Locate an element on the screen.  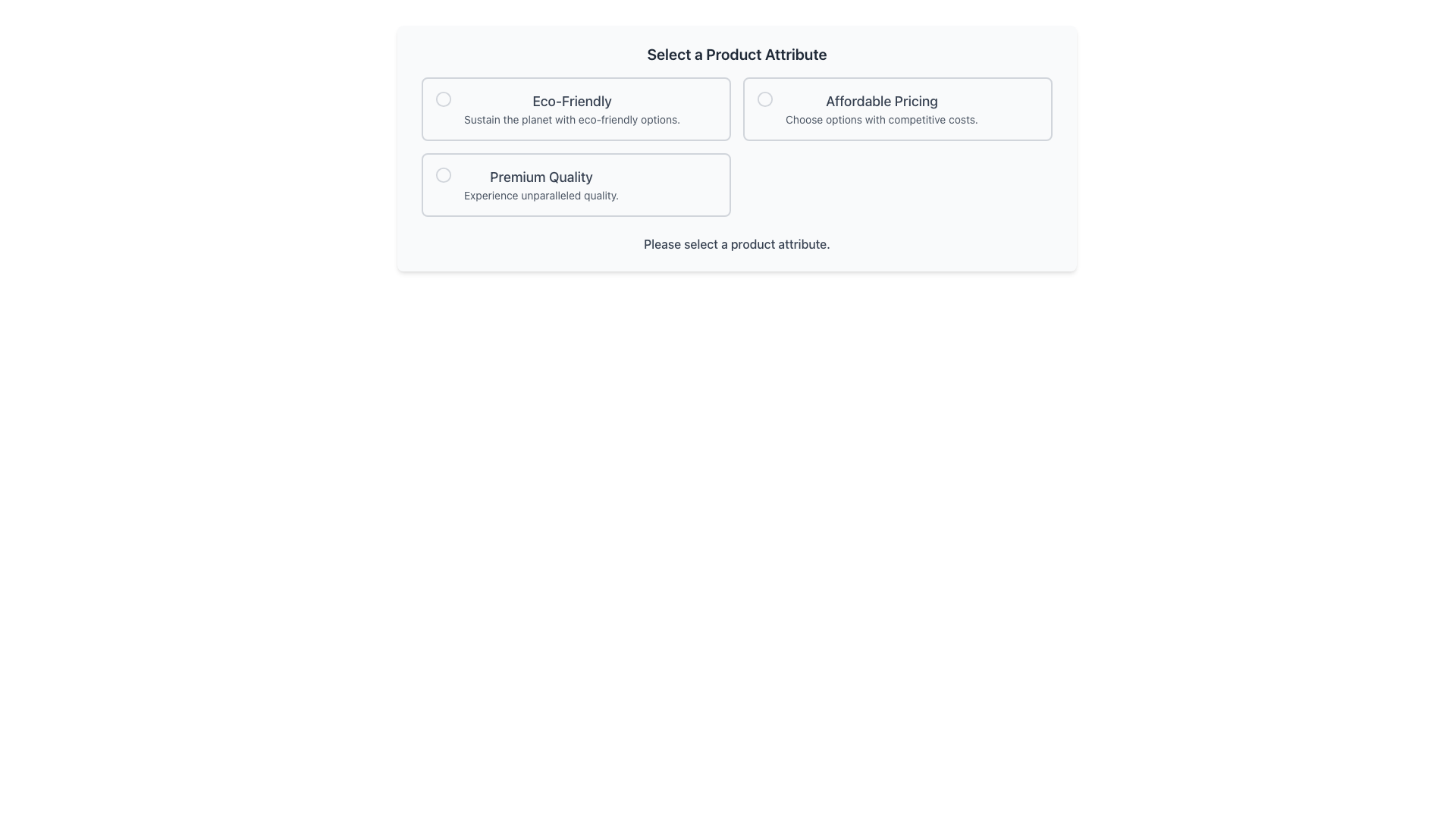
text label 'Premium Quality' which is centered in the third choice group of selection options is located at coordinates (541, 177).